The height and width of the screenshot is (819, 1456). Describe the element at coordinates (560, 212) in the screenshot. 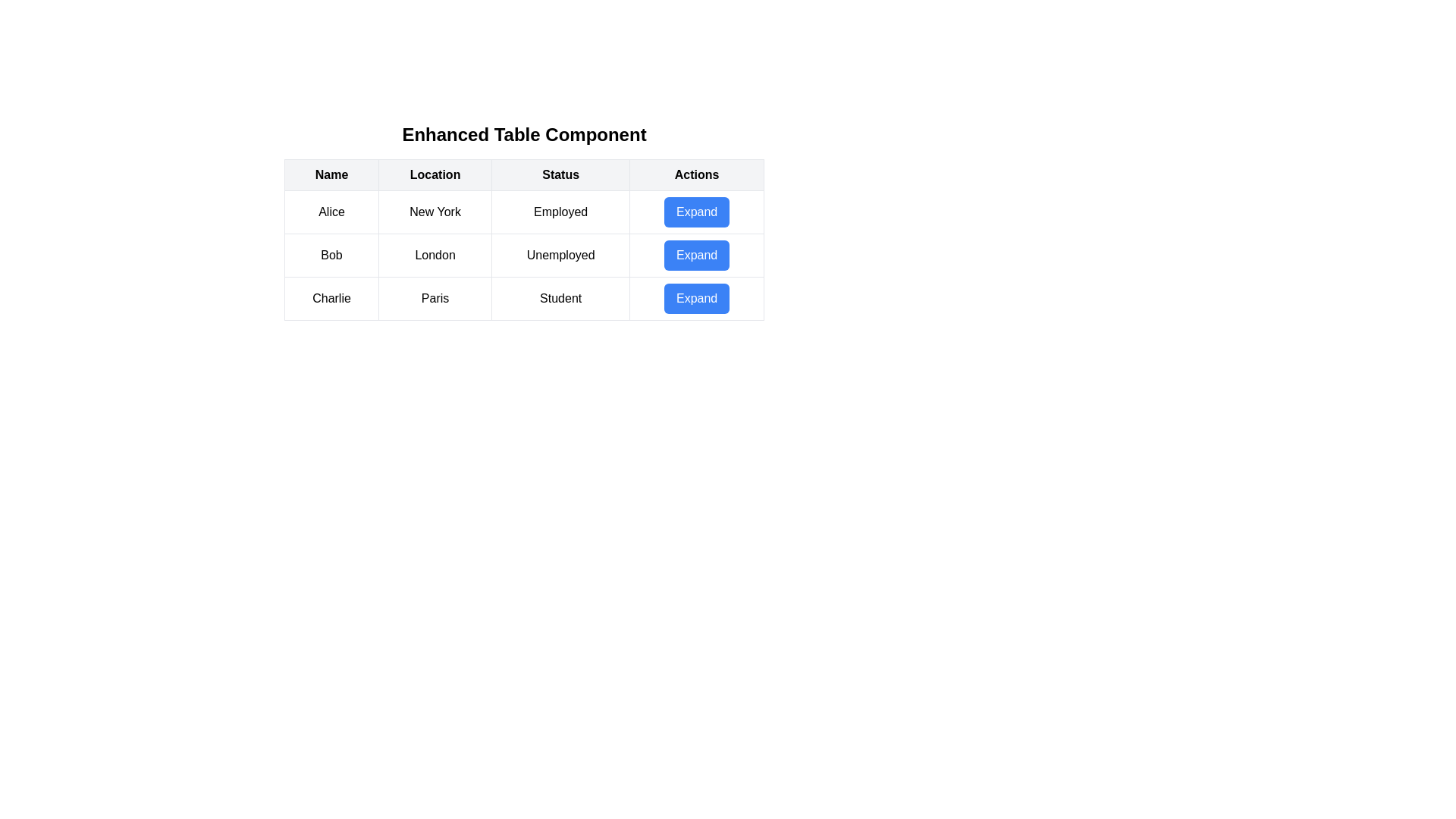

I see `the Static Text Label that displays the employment status in the first row of the table, located in the third column under the header 'Status'` at that location.